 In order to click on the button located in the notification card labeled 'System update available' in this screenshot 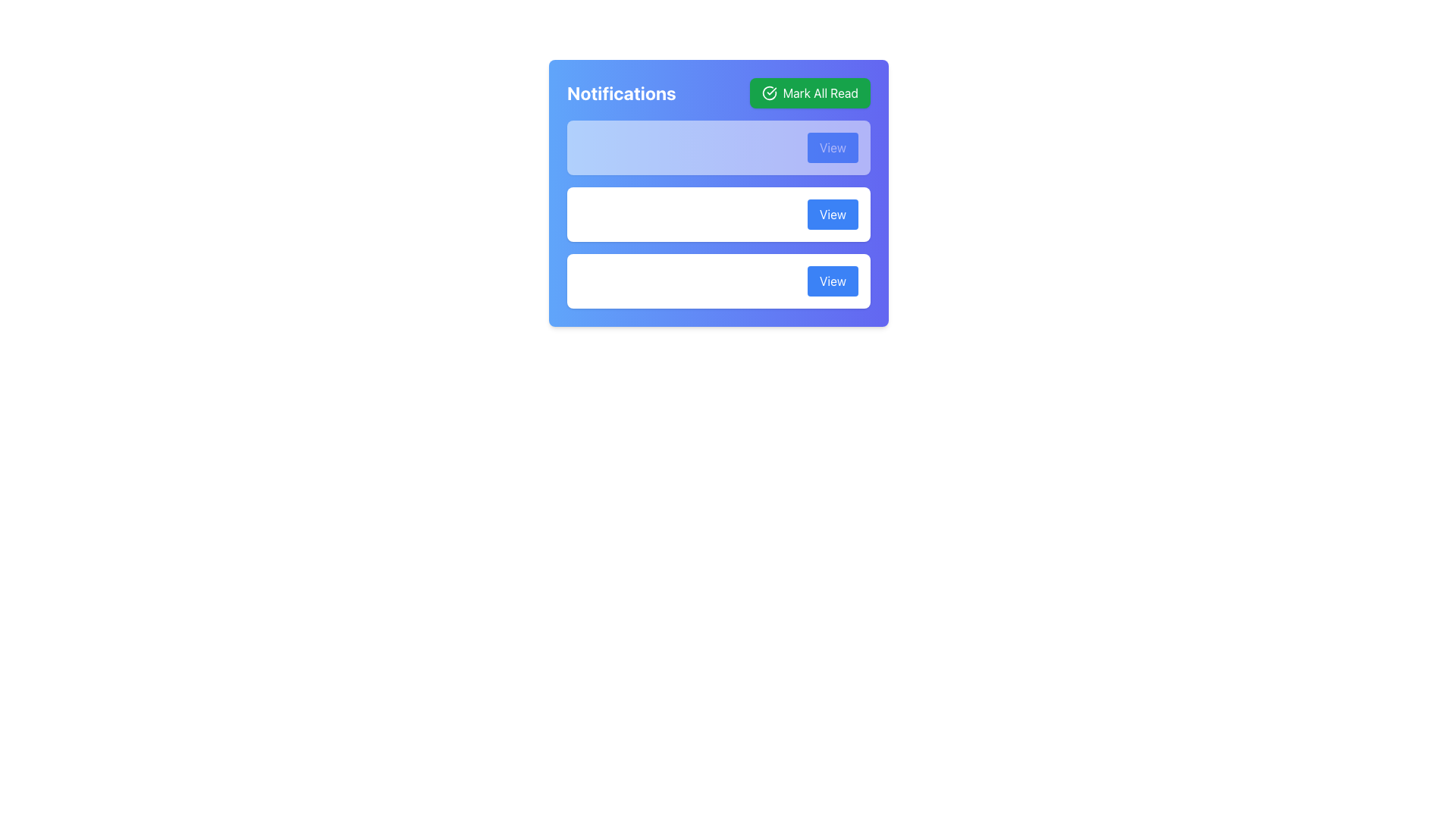, I will do `click(832, 214)`.